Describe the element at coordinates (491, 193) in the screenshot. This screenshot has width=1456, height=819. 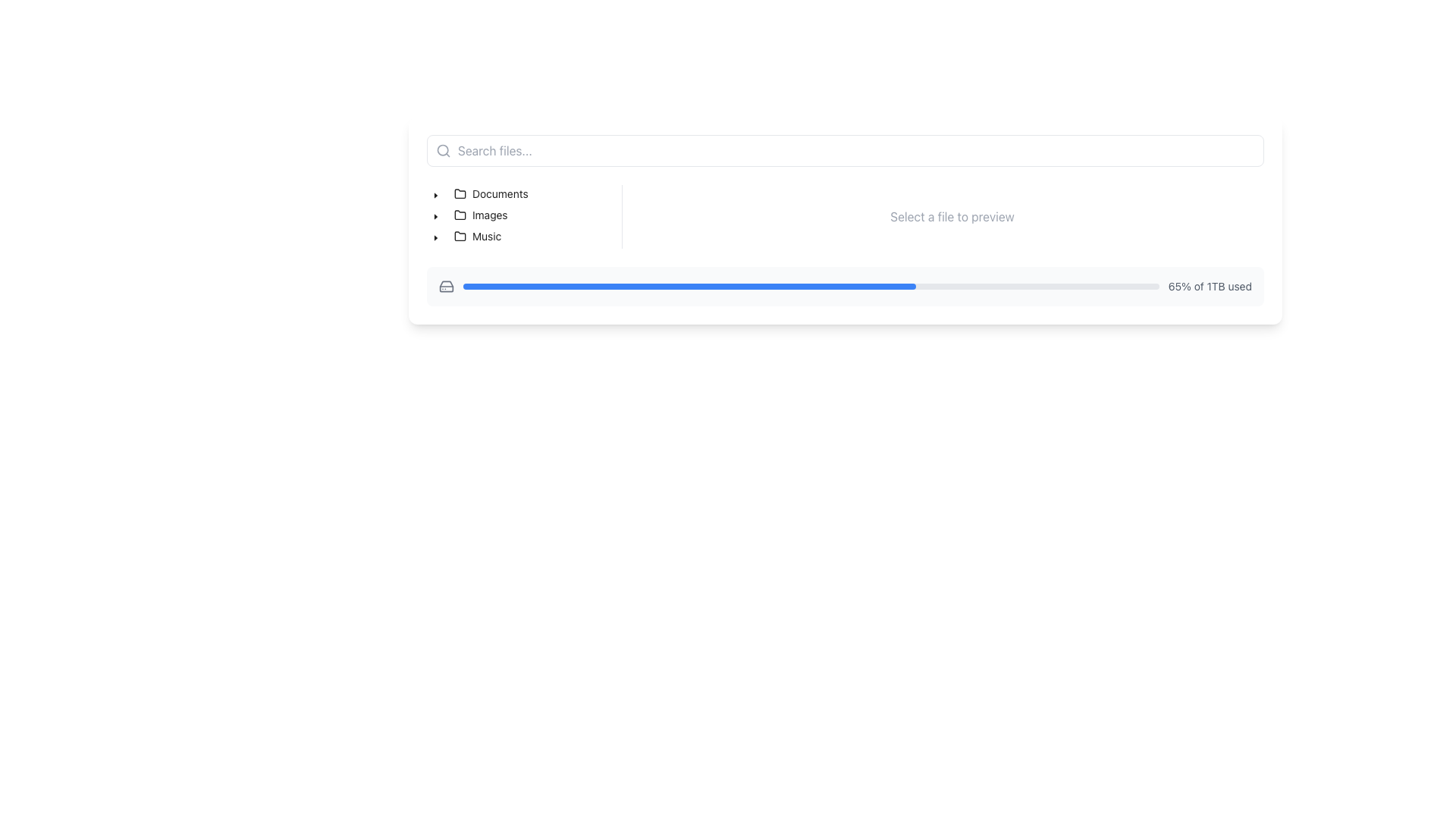
I see `the 'Documents' label` at that location.